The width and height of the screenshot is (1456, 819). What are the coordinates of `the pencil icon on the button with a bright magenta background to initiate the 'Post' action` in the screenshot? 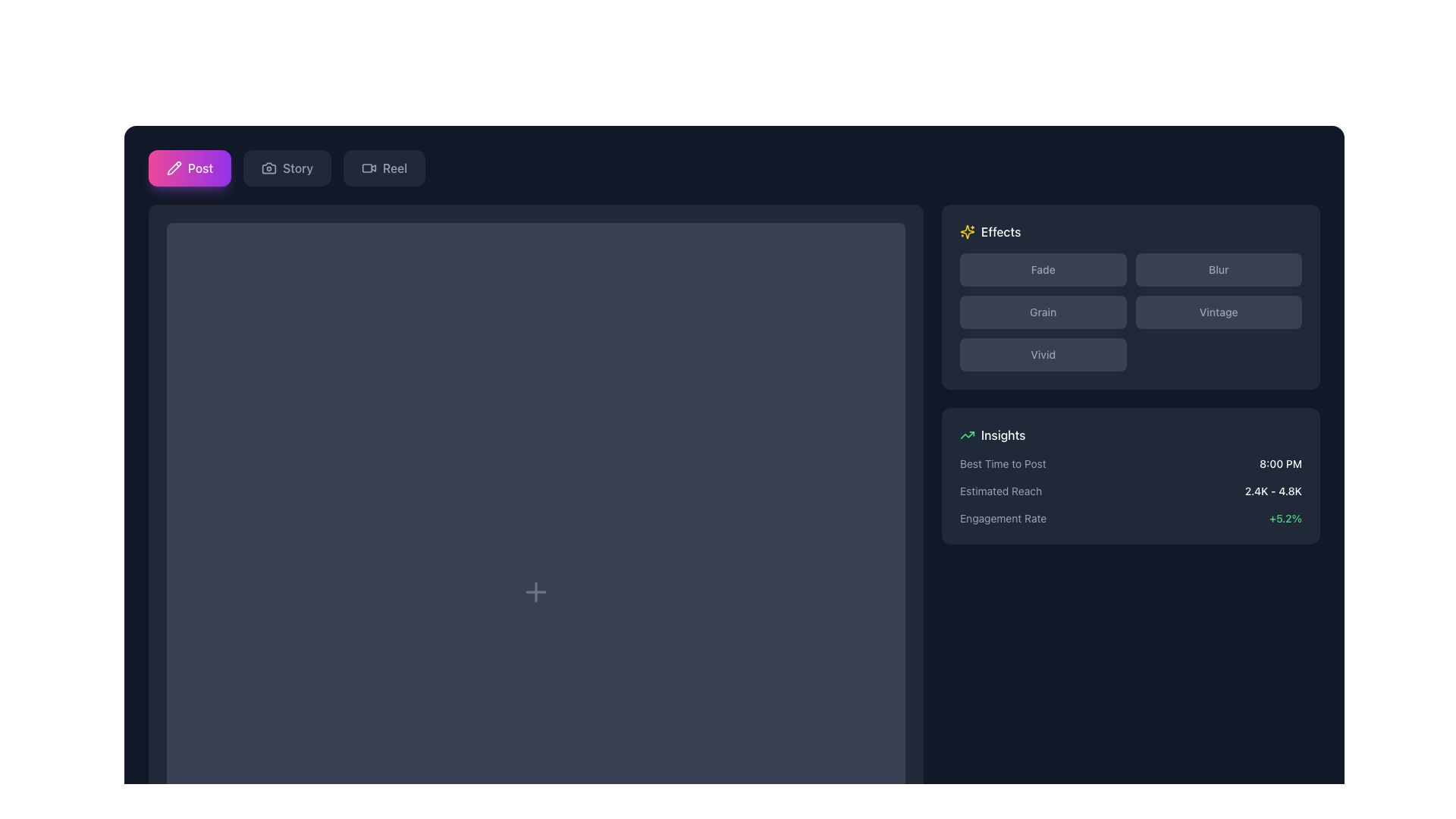 It's located at (174, 168).